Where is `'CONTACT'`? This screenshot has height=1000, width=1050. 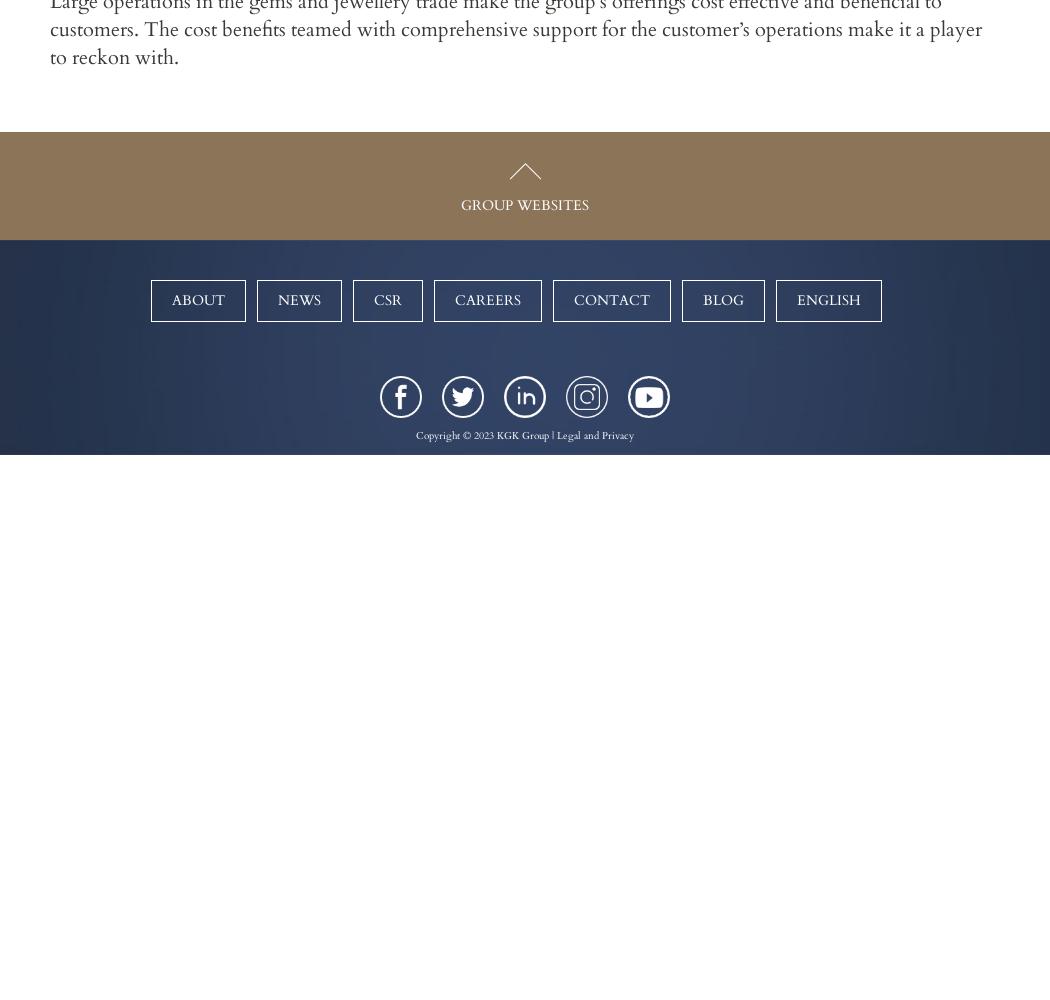
'CONTACT' is located at coordinates (612, 299).